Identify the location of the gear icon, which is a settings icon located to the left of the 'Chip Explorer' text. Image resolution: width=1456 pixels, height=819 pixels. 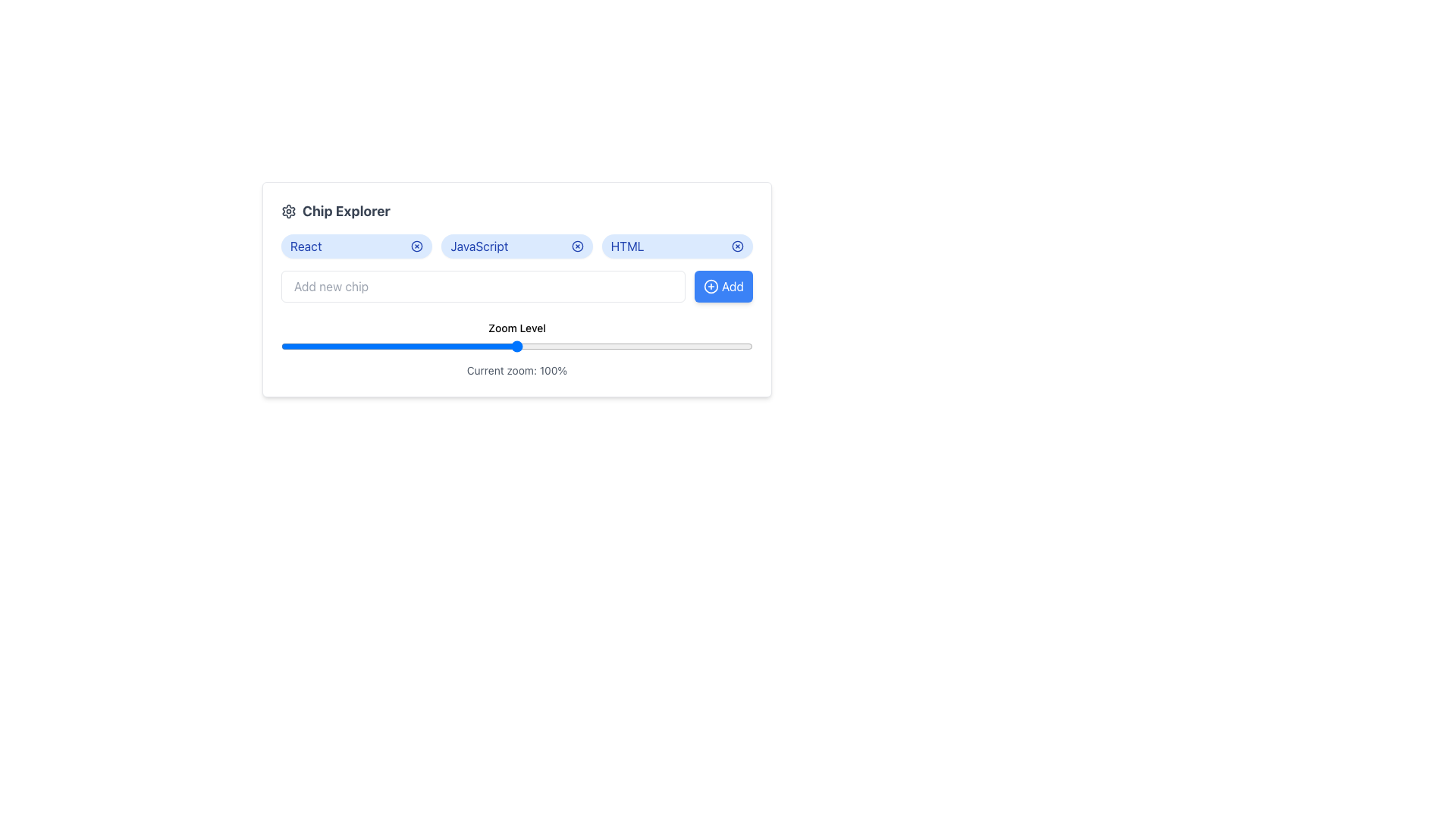
(288, 211).